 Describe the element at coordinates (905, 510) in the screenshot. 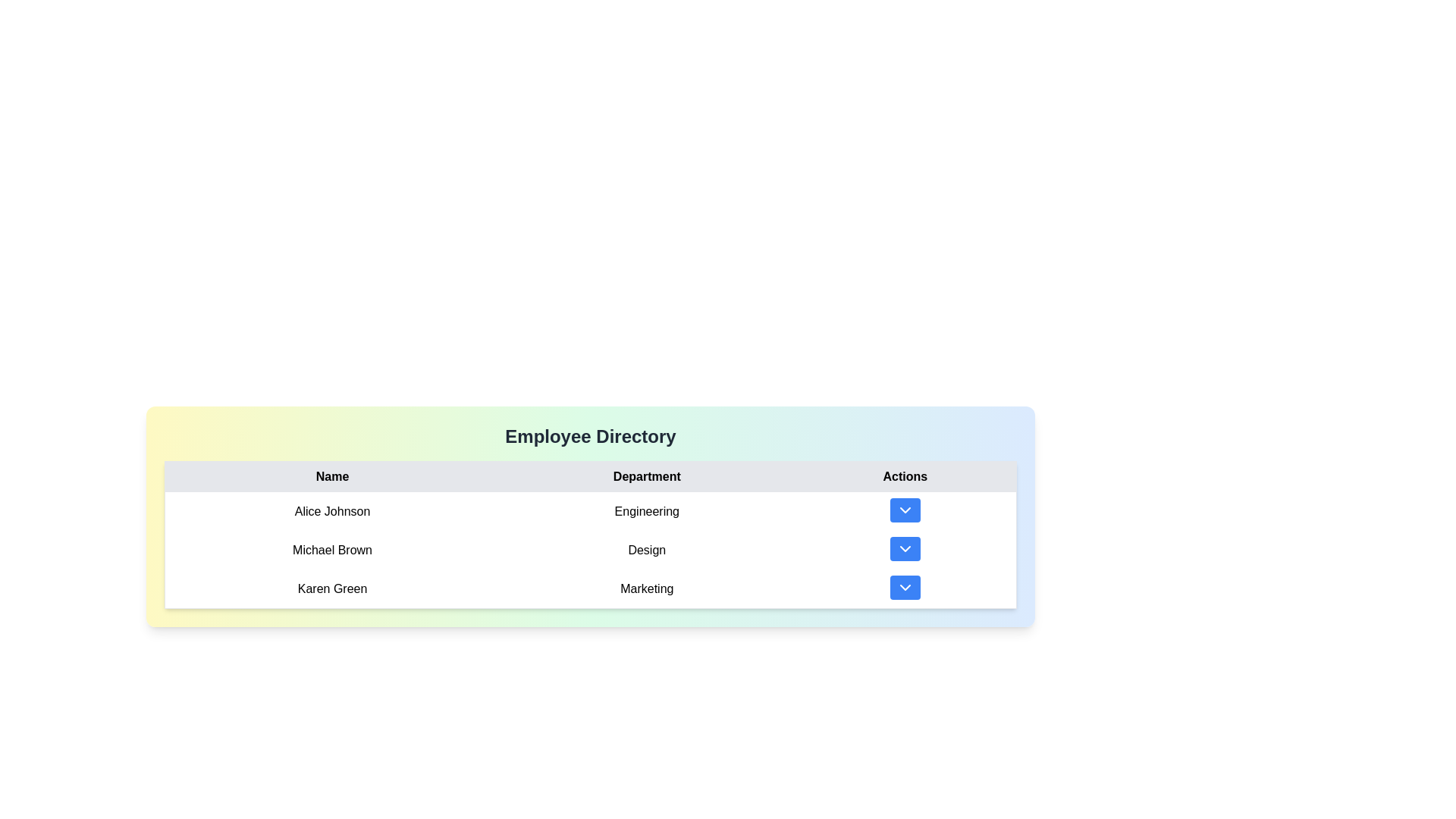

I see `the blue dropdown button with a white downward chevron icon, located in the Actions column of the first row, aligned with the 'Engineering' department entry` at that location.